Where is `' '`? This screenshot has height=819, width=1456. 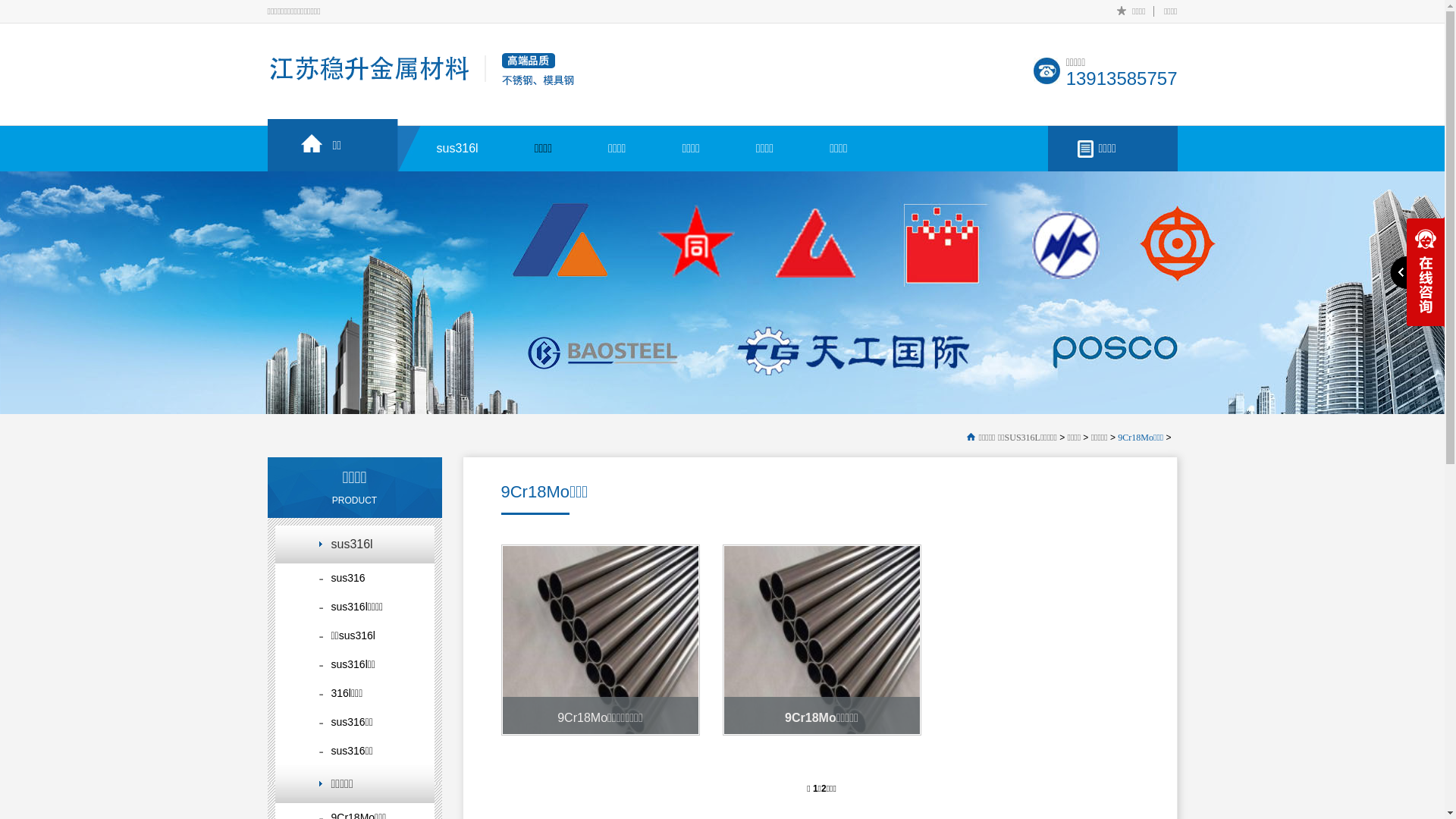
' ' is located at coordinates (1416, 271).